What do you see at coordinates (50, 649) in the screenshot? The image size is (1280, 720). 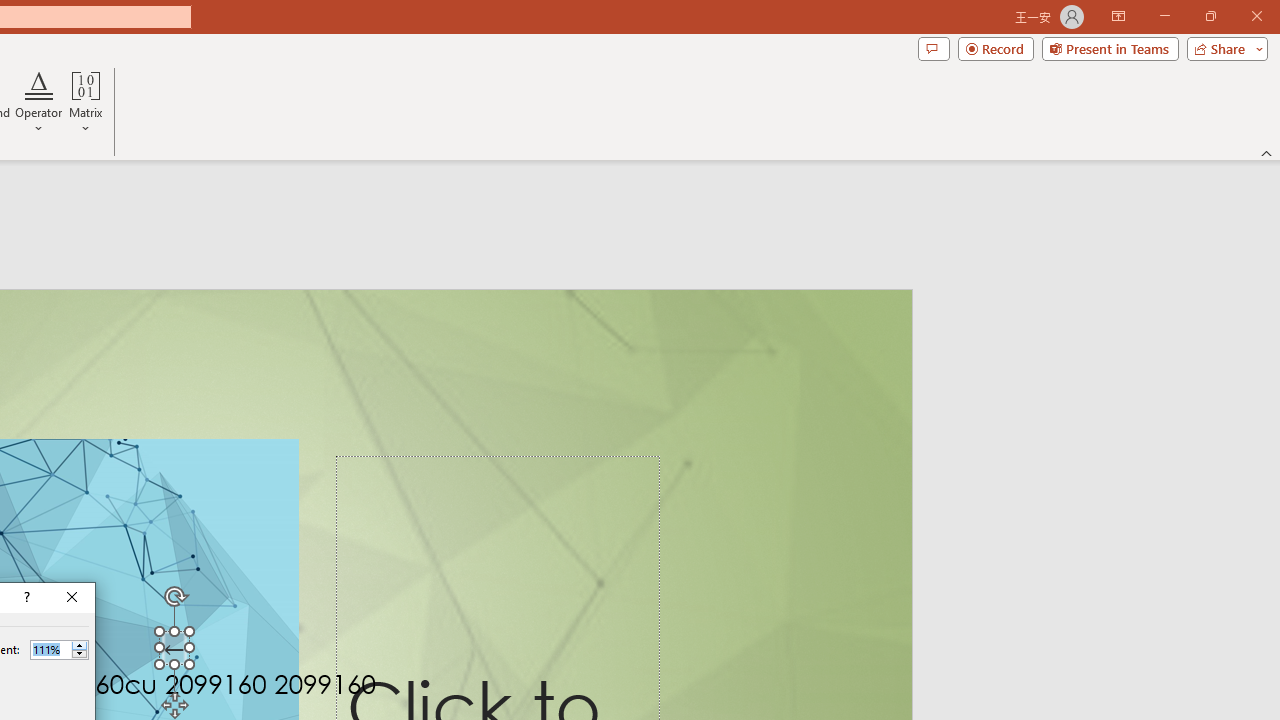 I see `'Percent'` at bounding box center [50, 649].